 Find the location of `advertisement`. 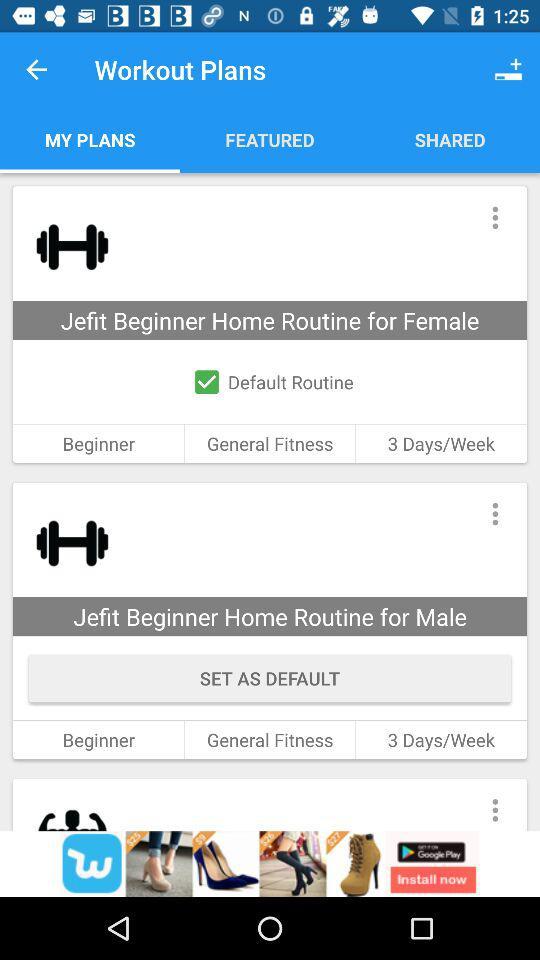

advertisement is located at coordinates (270, 863).